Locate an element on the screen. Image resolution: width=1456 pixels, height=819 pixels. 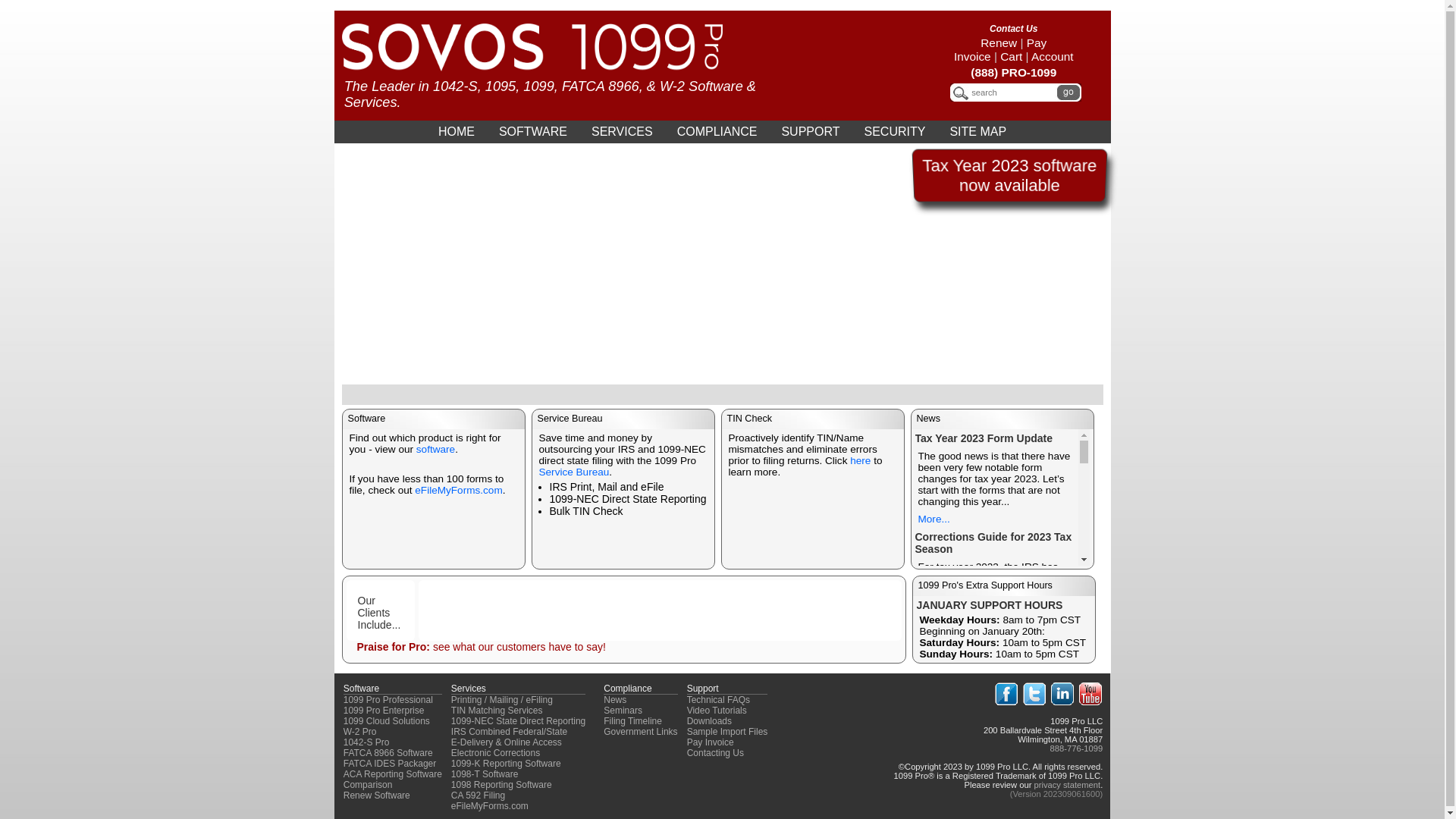
'Praise for Pro: see what our customers have to say!' is located at coordinates (479, 646).